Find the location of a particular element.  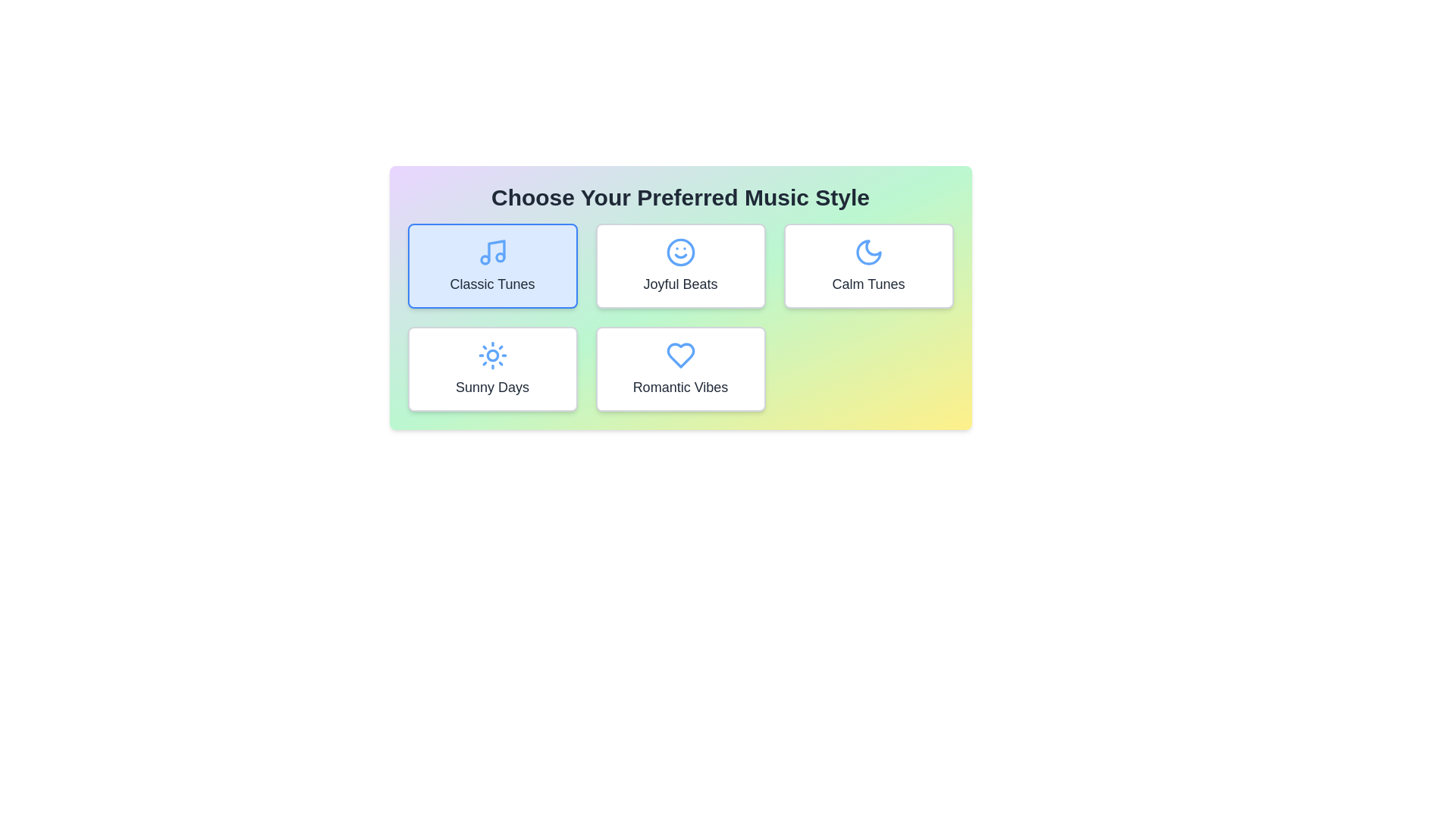

the SVG circle element that represents a smiling face in the 'Joyful Beats' card, located centrally within the card grid under 'Choose Your Preferred Music Style' is located at coordinates (679, 251).